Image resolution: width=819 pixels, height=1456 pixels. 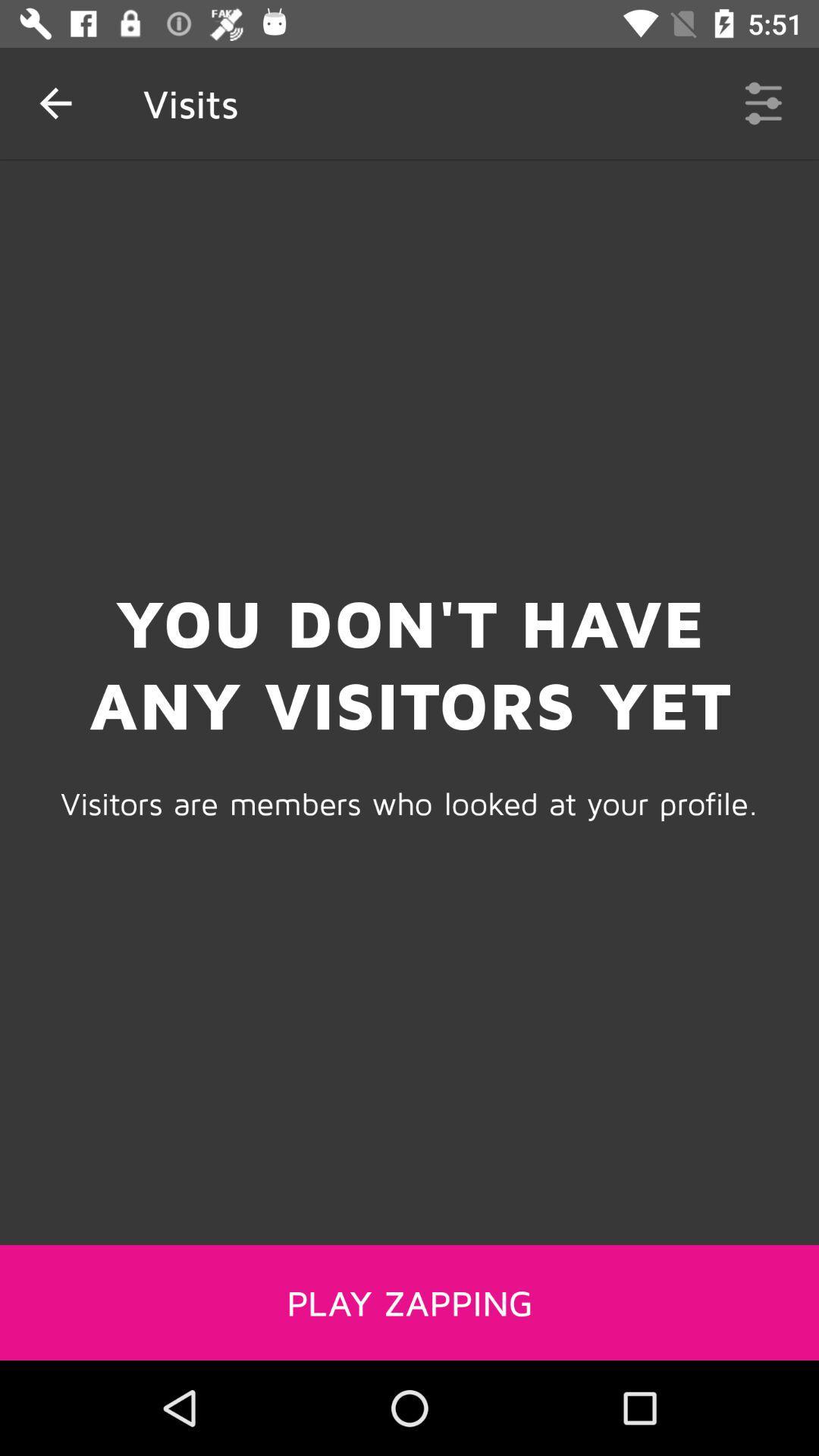 I want to click on the item next to visits icon, so click(x=763, y=102).